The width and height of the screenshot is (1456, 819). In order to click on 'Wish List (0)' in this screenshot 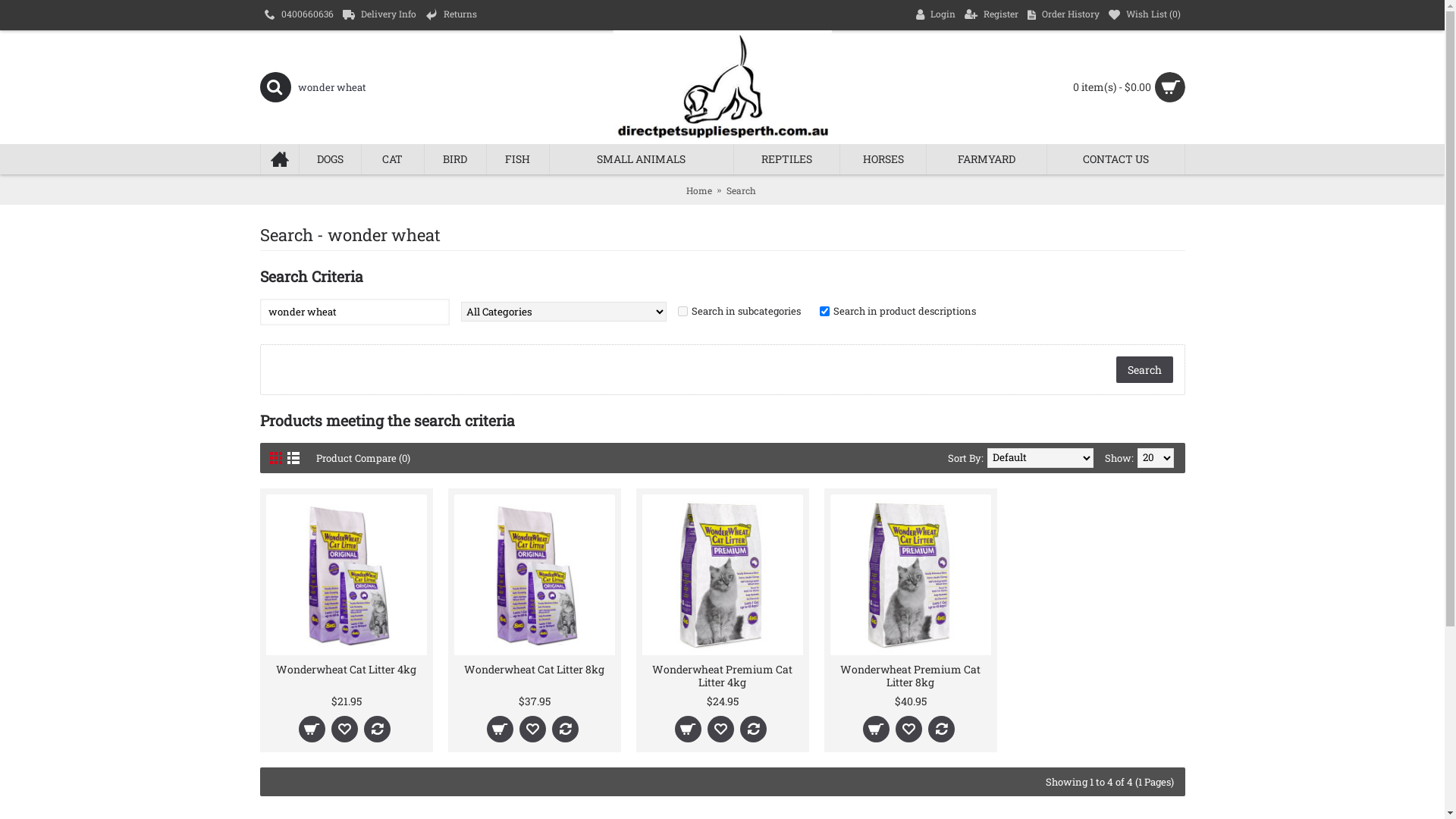, I will do `click(1144, 14)`.